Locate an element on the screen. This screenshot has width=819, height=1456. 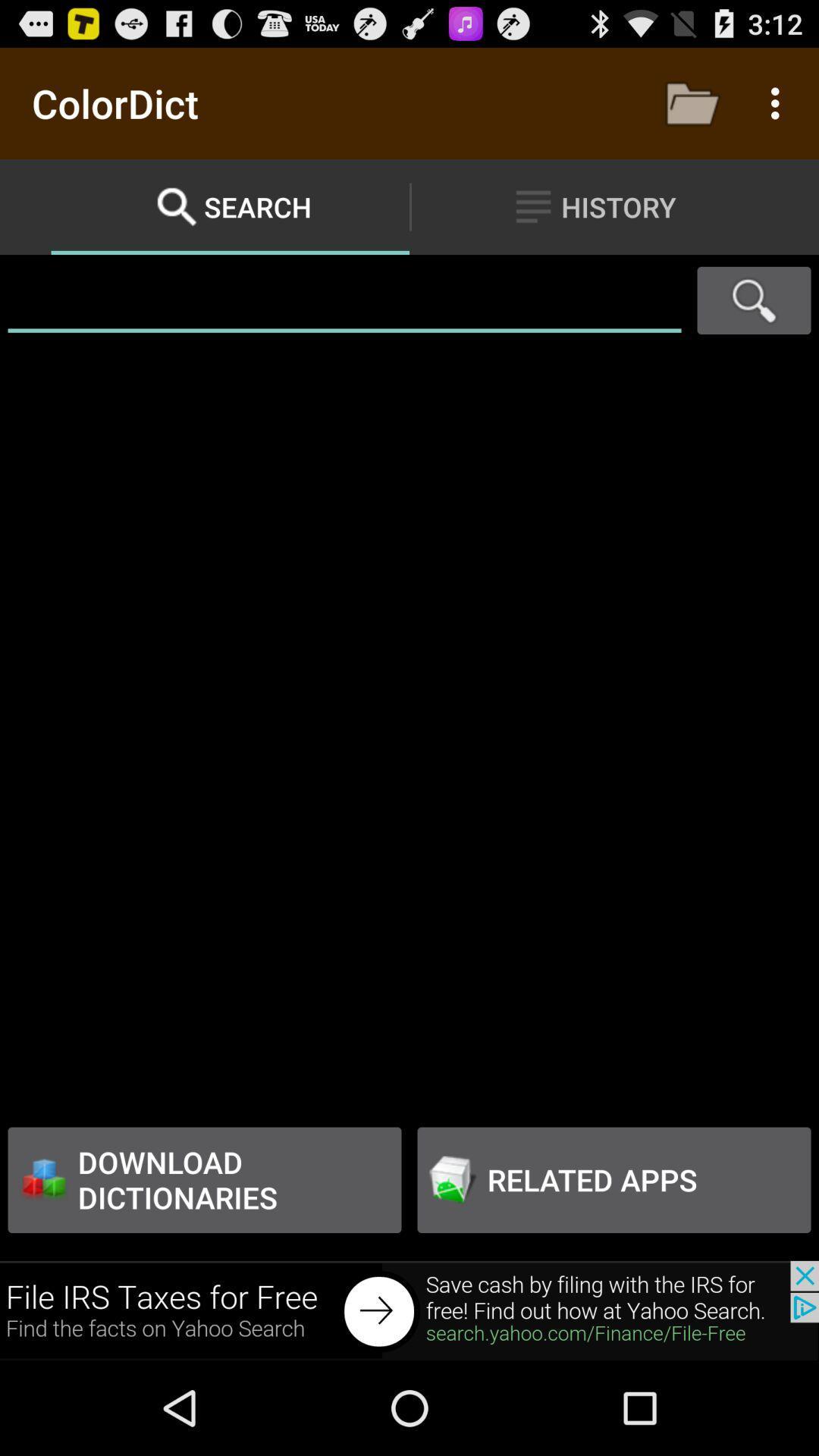
the search icon is located at coordinates (754, 321).